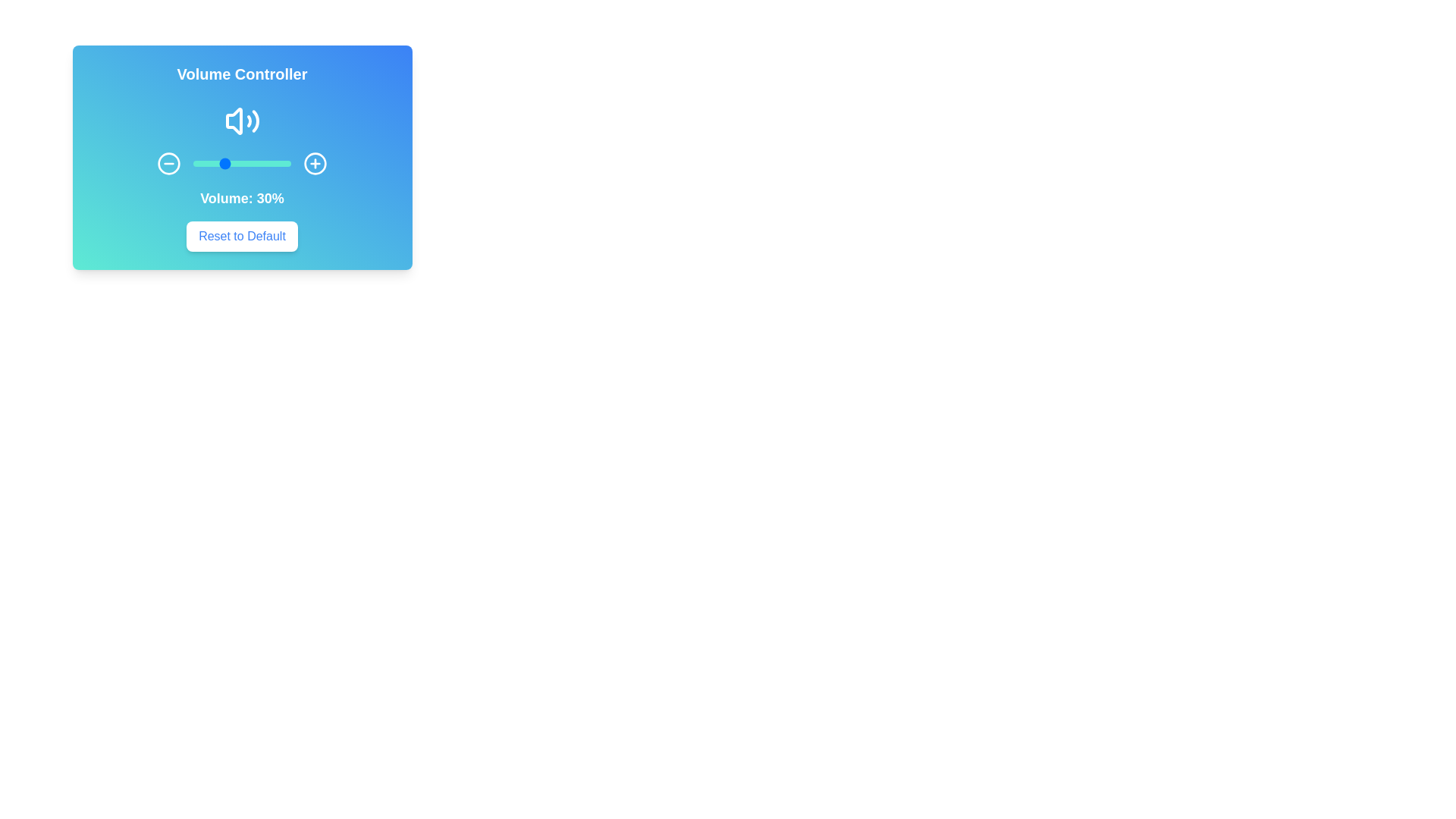  Describe the element at coordinates (290, 164) in the screenshot. I see `the volume slider to 99%` at that location.